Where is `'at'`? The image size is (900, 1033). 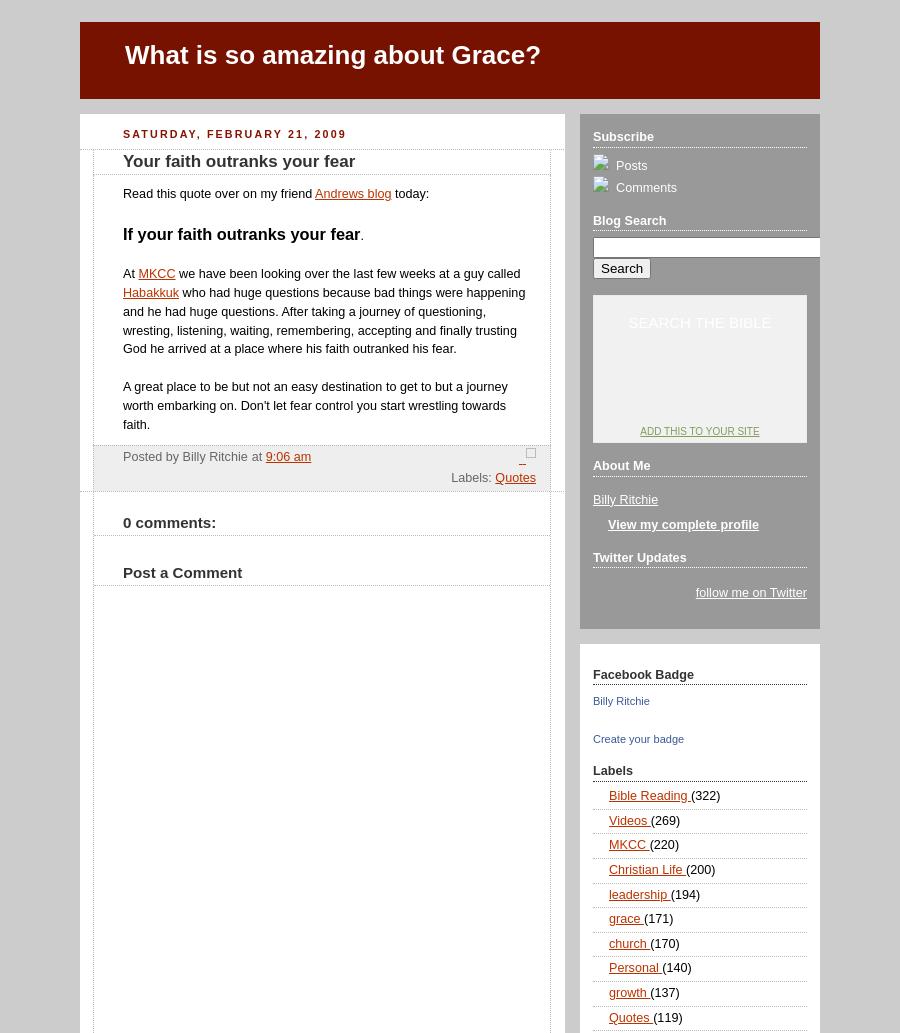
'at' is located at coordinates (257, 456).